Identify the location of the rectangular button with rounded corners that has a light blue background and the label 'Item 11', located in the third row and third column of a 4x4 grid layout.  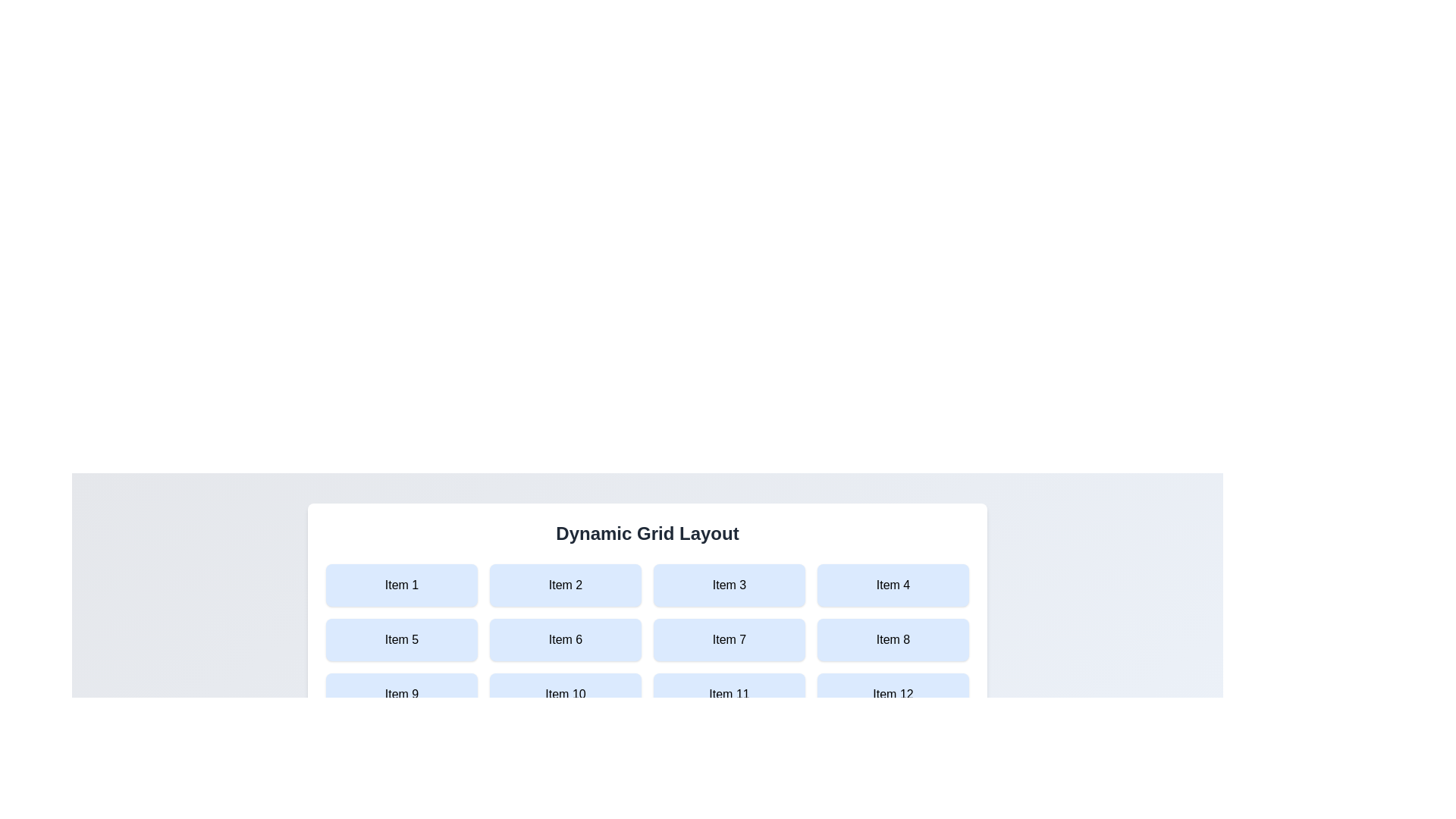
(729, 694).